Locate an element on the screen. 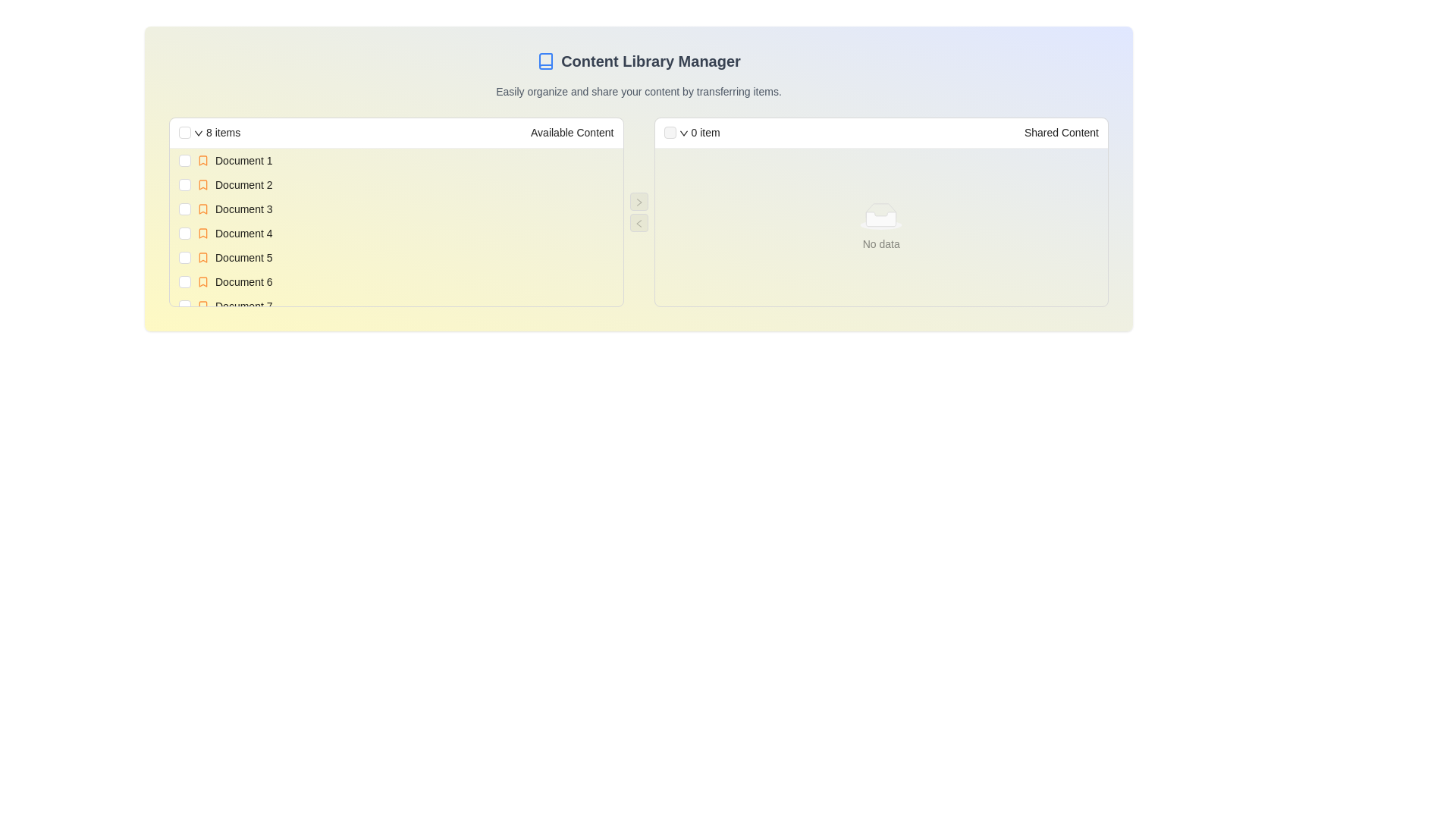 This screenshot has width=1456, height=819. the text label displaying 'Document 5' in the 'Available Content' list is located at coordinates (243, 256).